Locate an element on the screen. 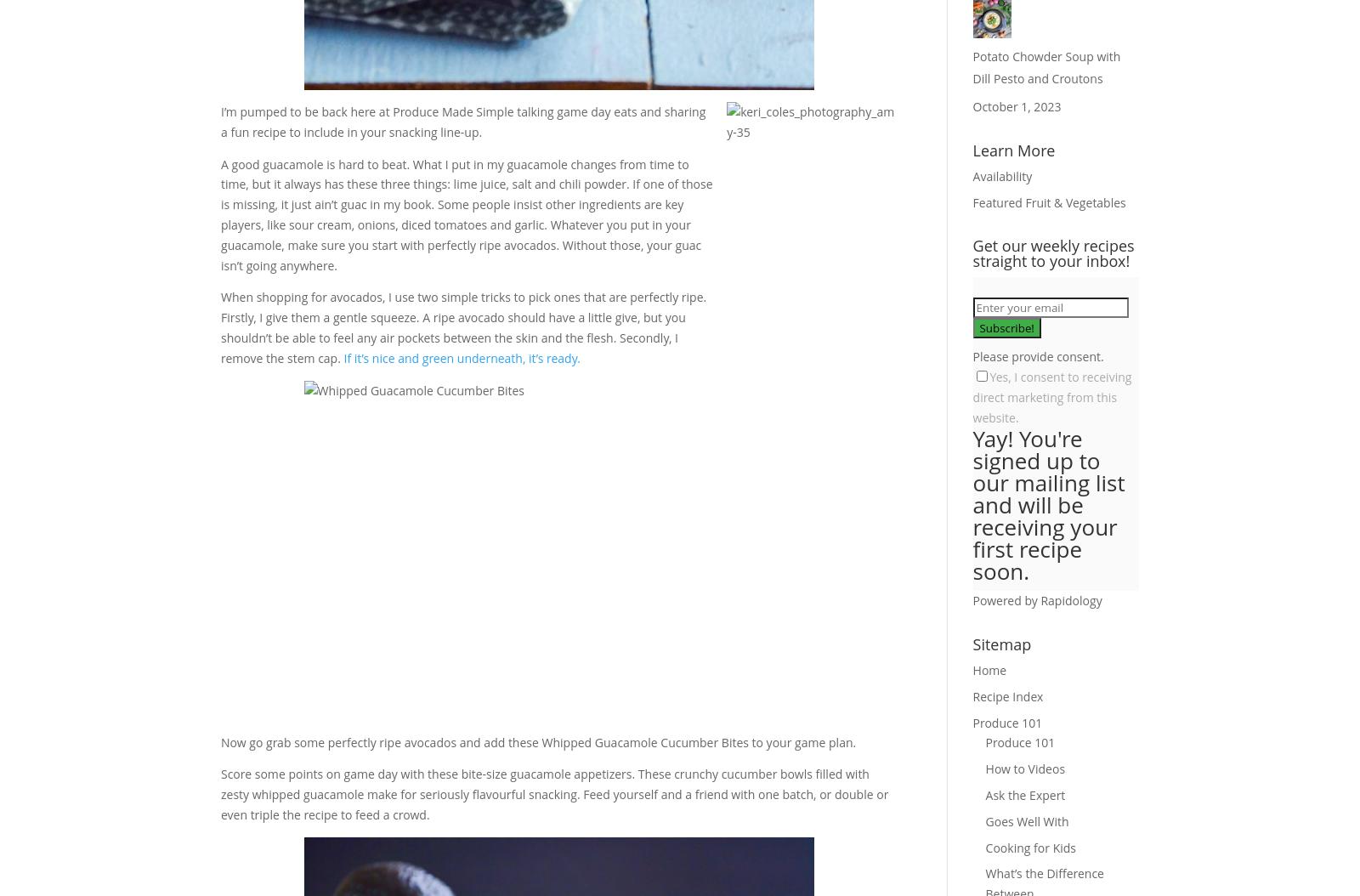 This screenshot has width=1360, height=896. 'If it’s nice and green underneath, it’s ready.' is located at coordinates (461, 356).